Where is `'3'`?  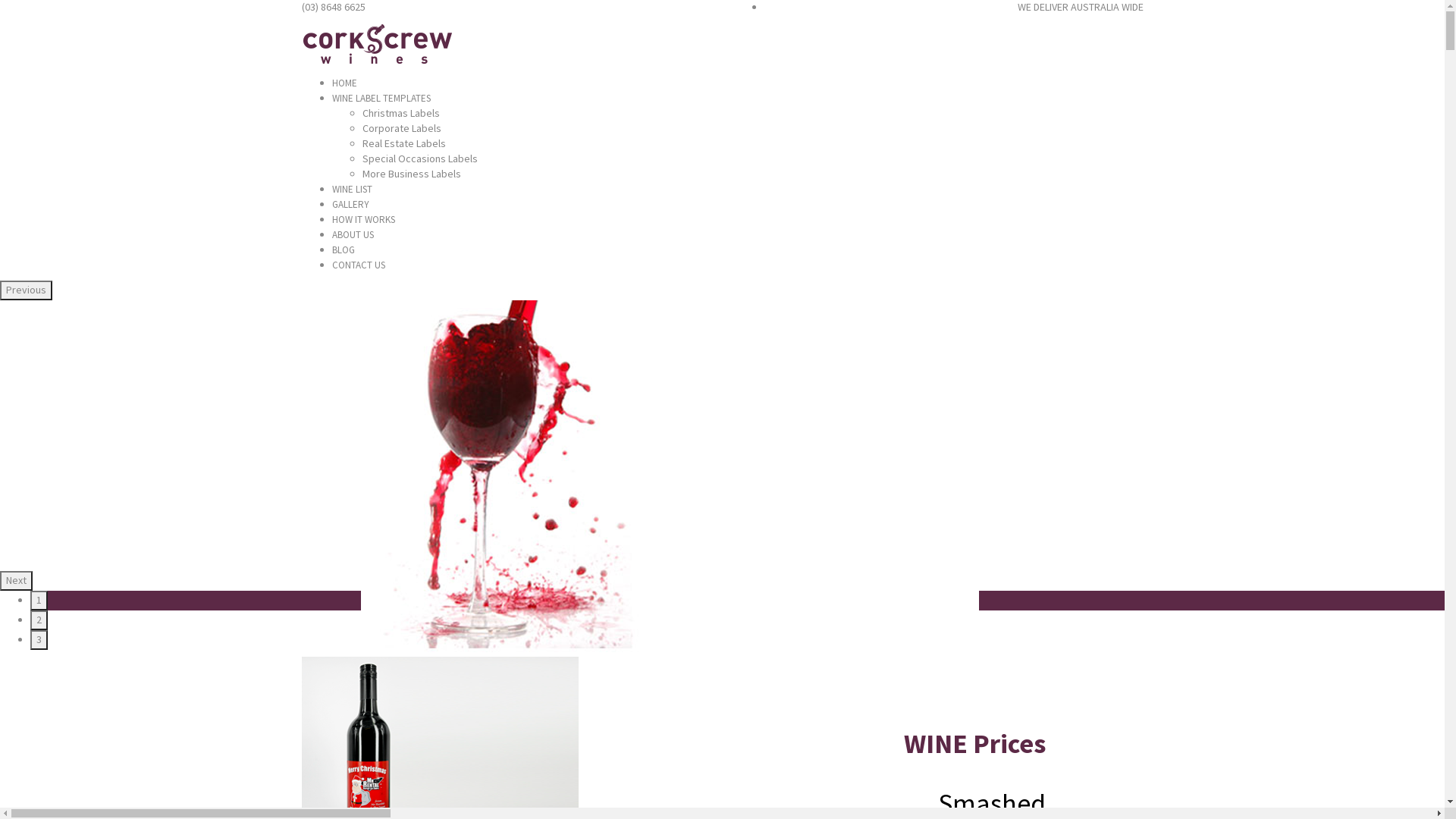 '3' is located at coordinates (39, 640).